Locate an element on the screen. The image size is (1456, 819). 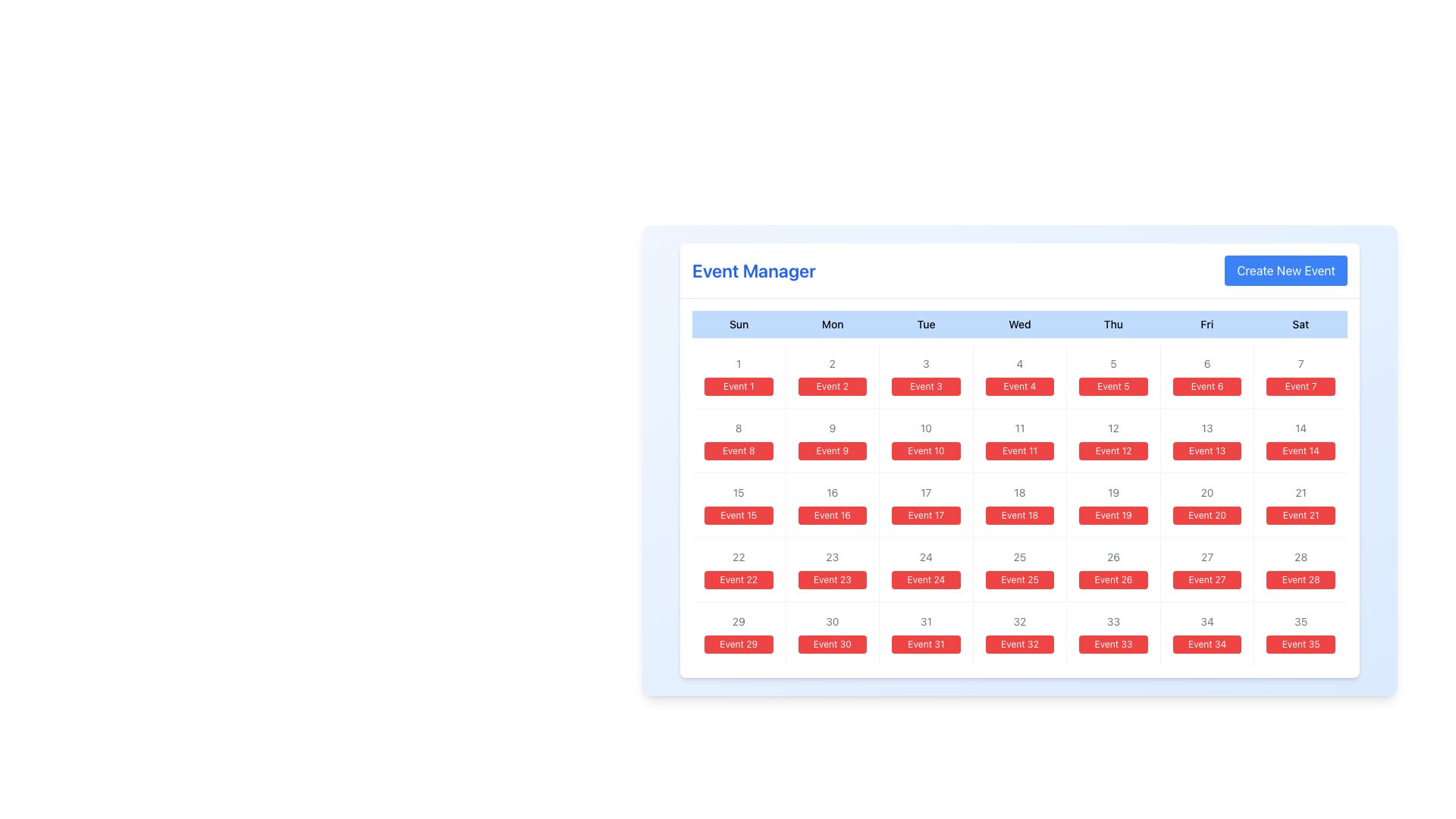
the static text displaying the number '1' in light gray color, positioned above the red 'Event 1' button in the calendar layout is located at coordinates (739, 363).